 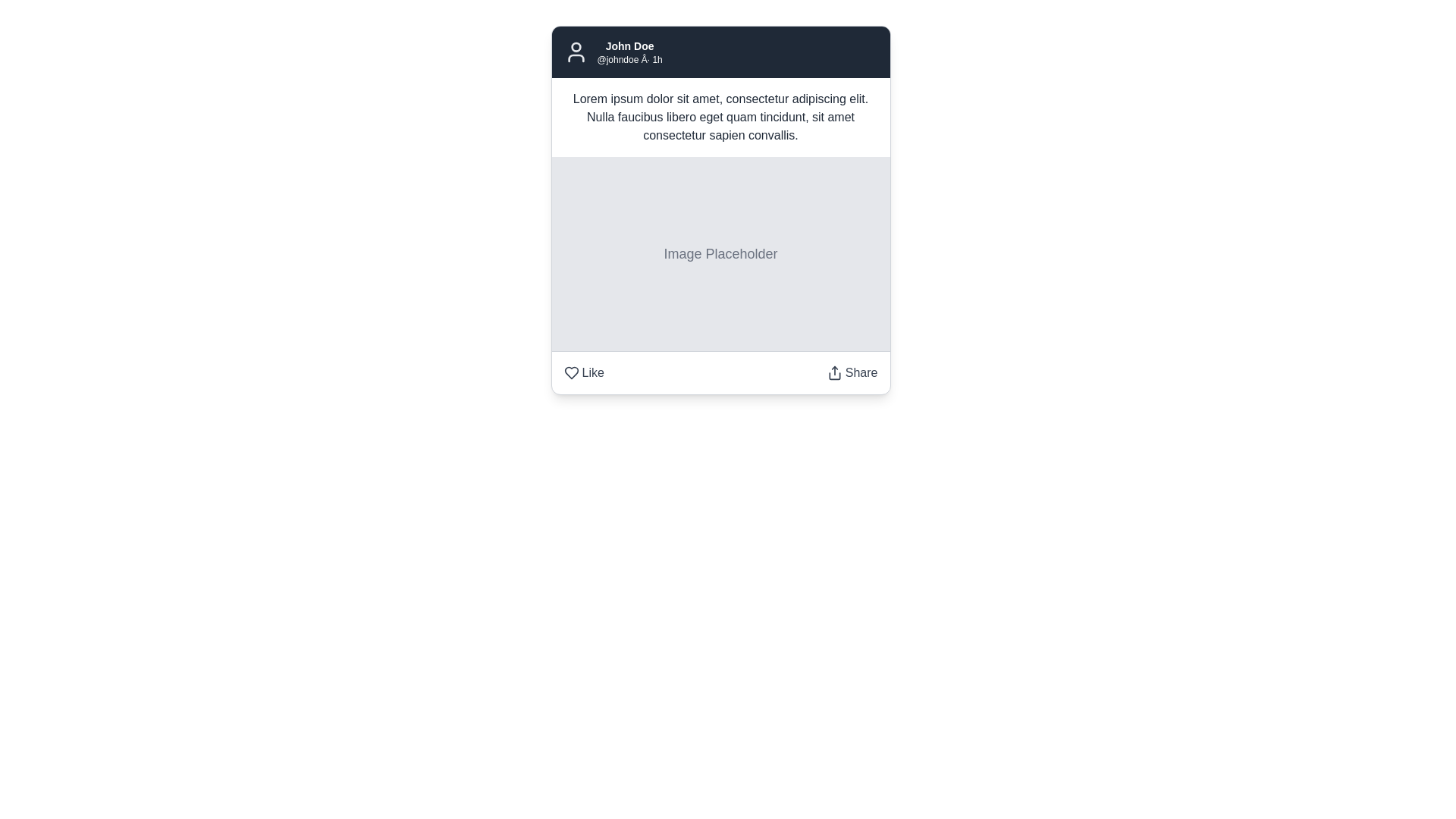 I want to click on content displayed in the text block located centrally within the card component, positioned below the user profile section and above the image placeholder, so click(x=720, y=116).